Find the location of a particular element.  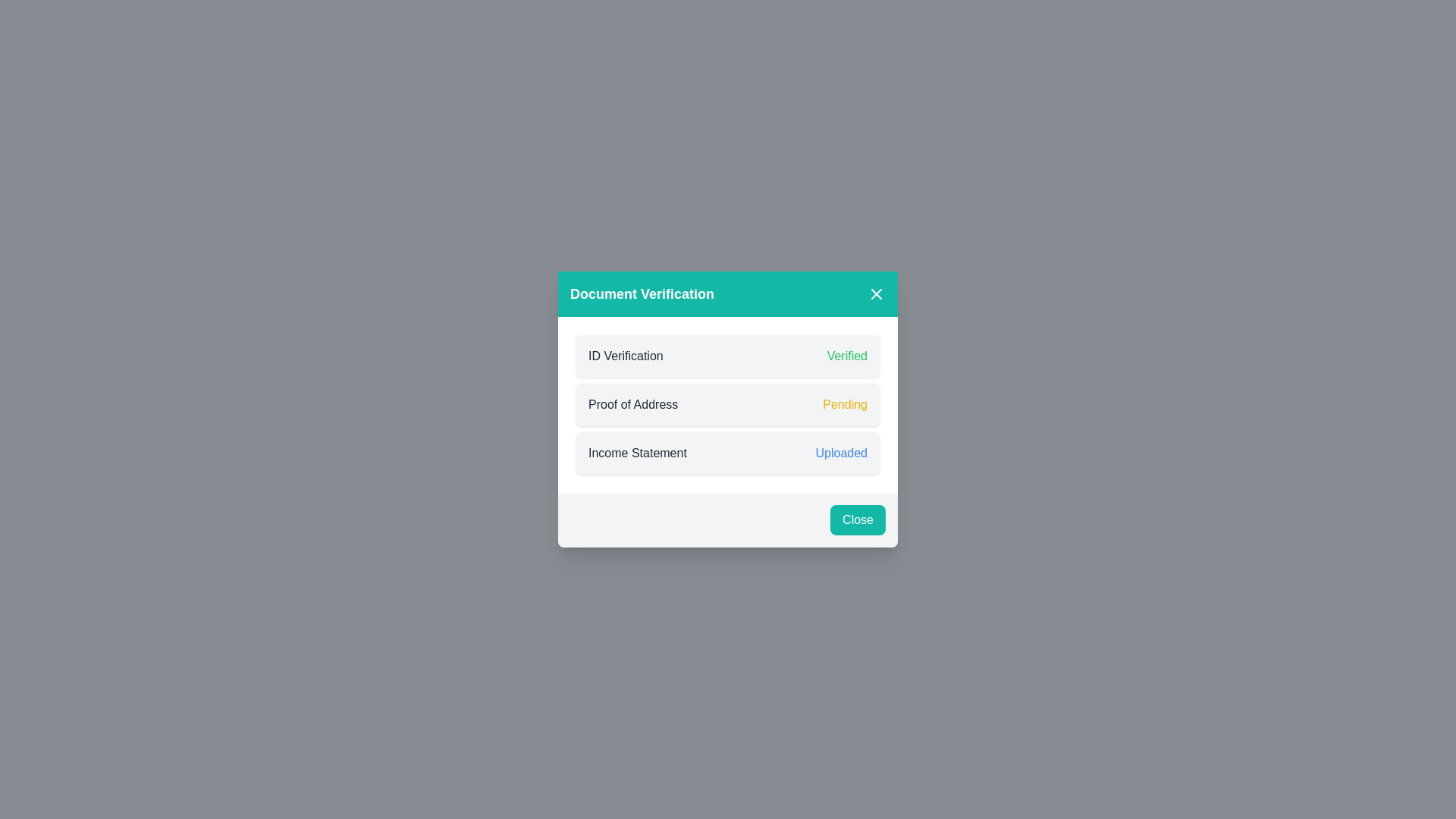

the close button located in the footer of the 'Document Verification' modal is located at coordinates (858, 519).